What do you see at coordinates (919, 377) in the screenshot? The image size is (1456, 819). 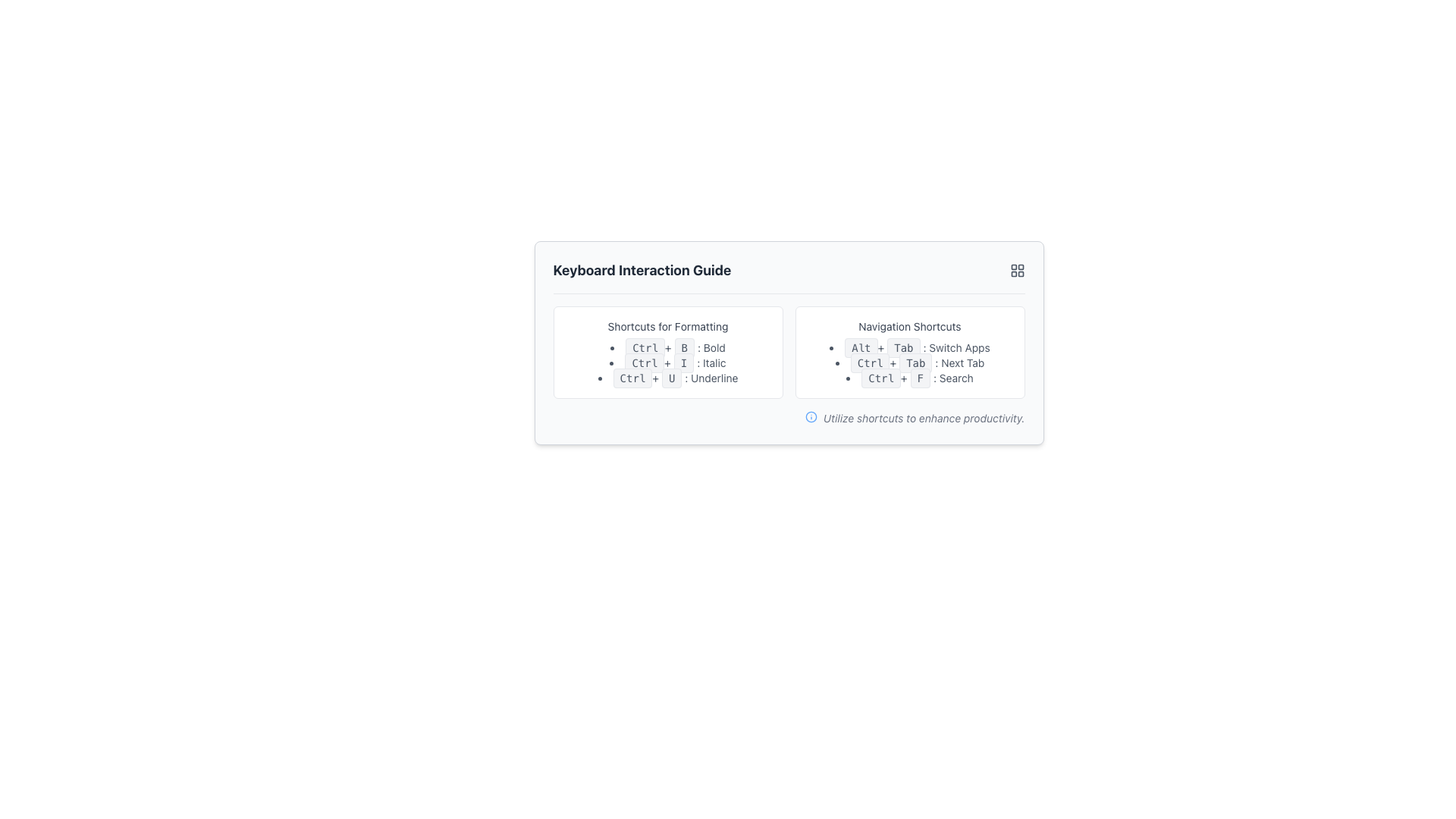 I see `the 'F' key representation in the 'Ctrl+F: Search' group within the 'Navigation Shortcuts' section of the 'Keyboard Interaction Guide' panel` at bounding box center [919, 377].